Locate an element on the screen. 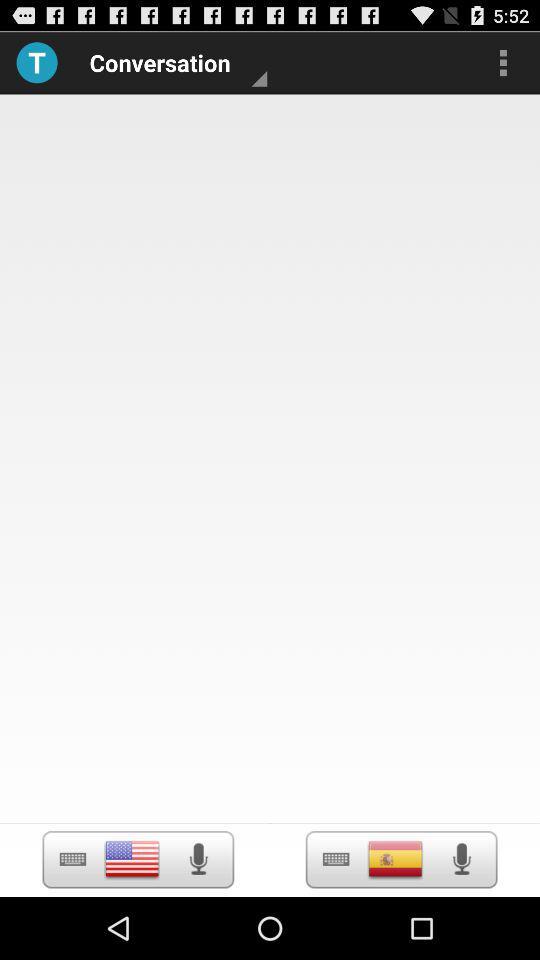  voice recording is located at coordinates (132, 858).